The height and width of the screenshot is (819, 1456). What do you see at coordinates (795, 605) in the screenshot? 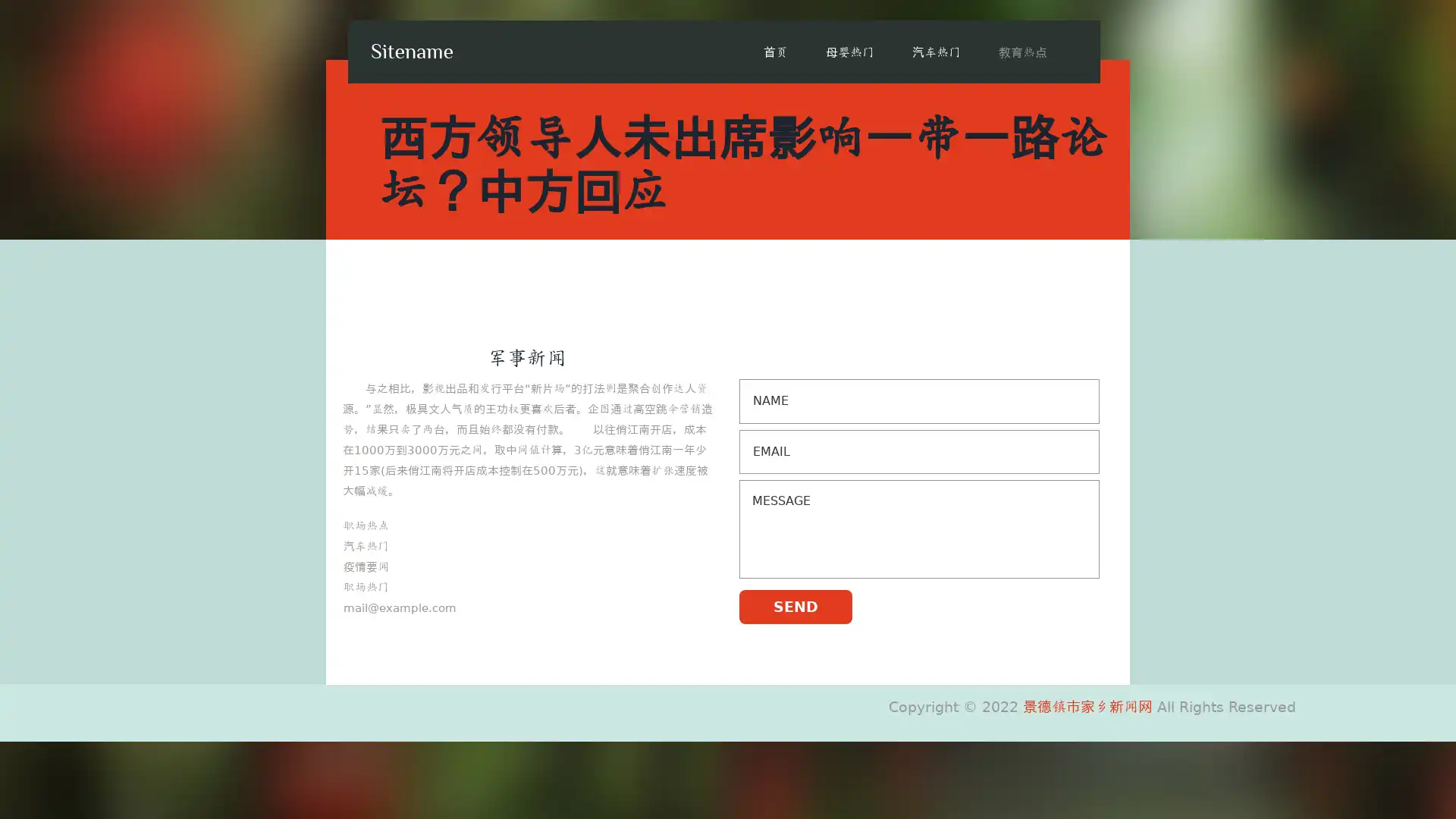
I see `SEND` at bounding box center [795, 605].